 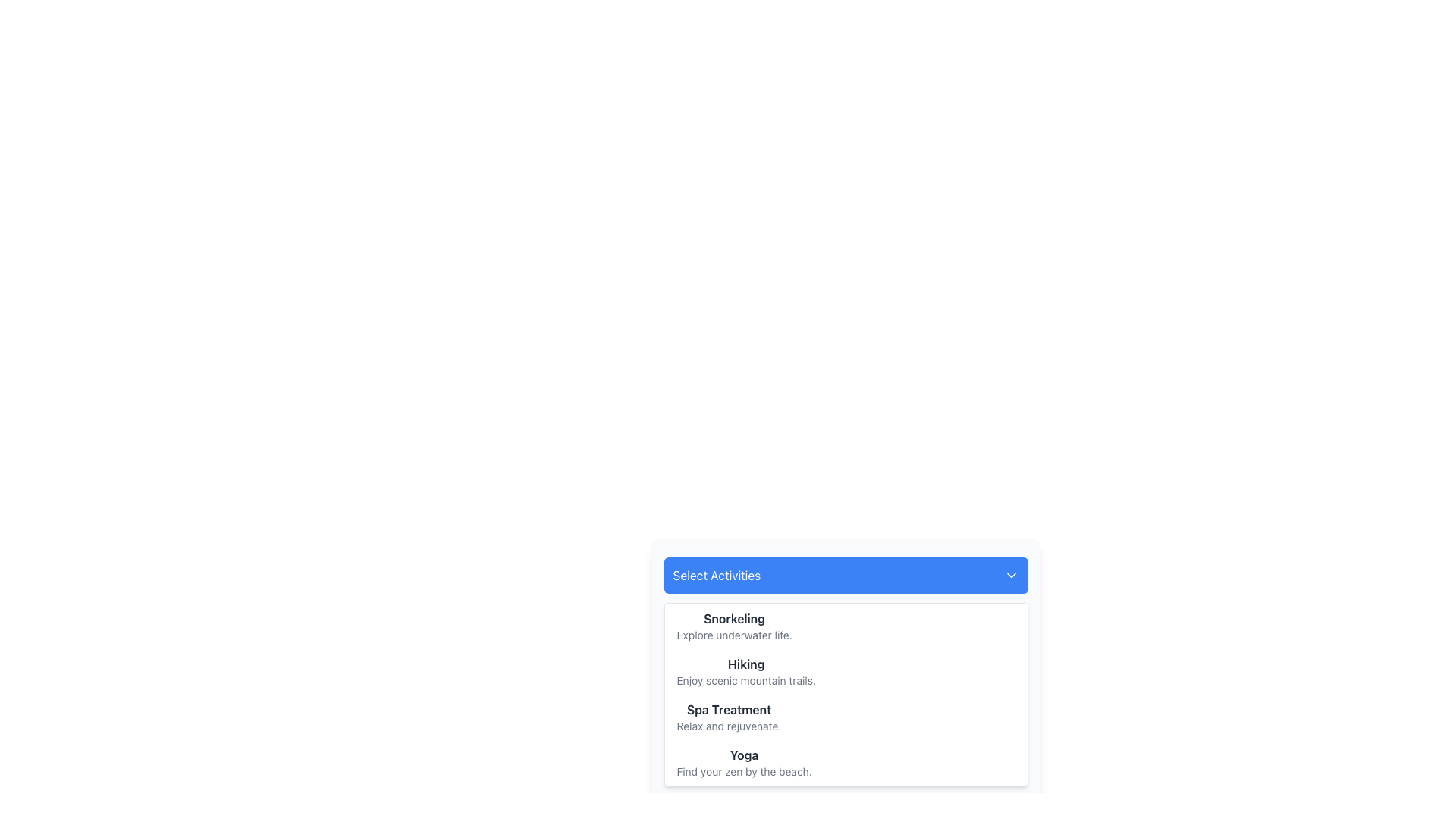 What do you see at coordinates (744, 755) in the screenshot?
I see `text of the bold title 'Yoga' located at the top of the dropdown menu titled 'Select Activities'` at bounding box center [744, 755].